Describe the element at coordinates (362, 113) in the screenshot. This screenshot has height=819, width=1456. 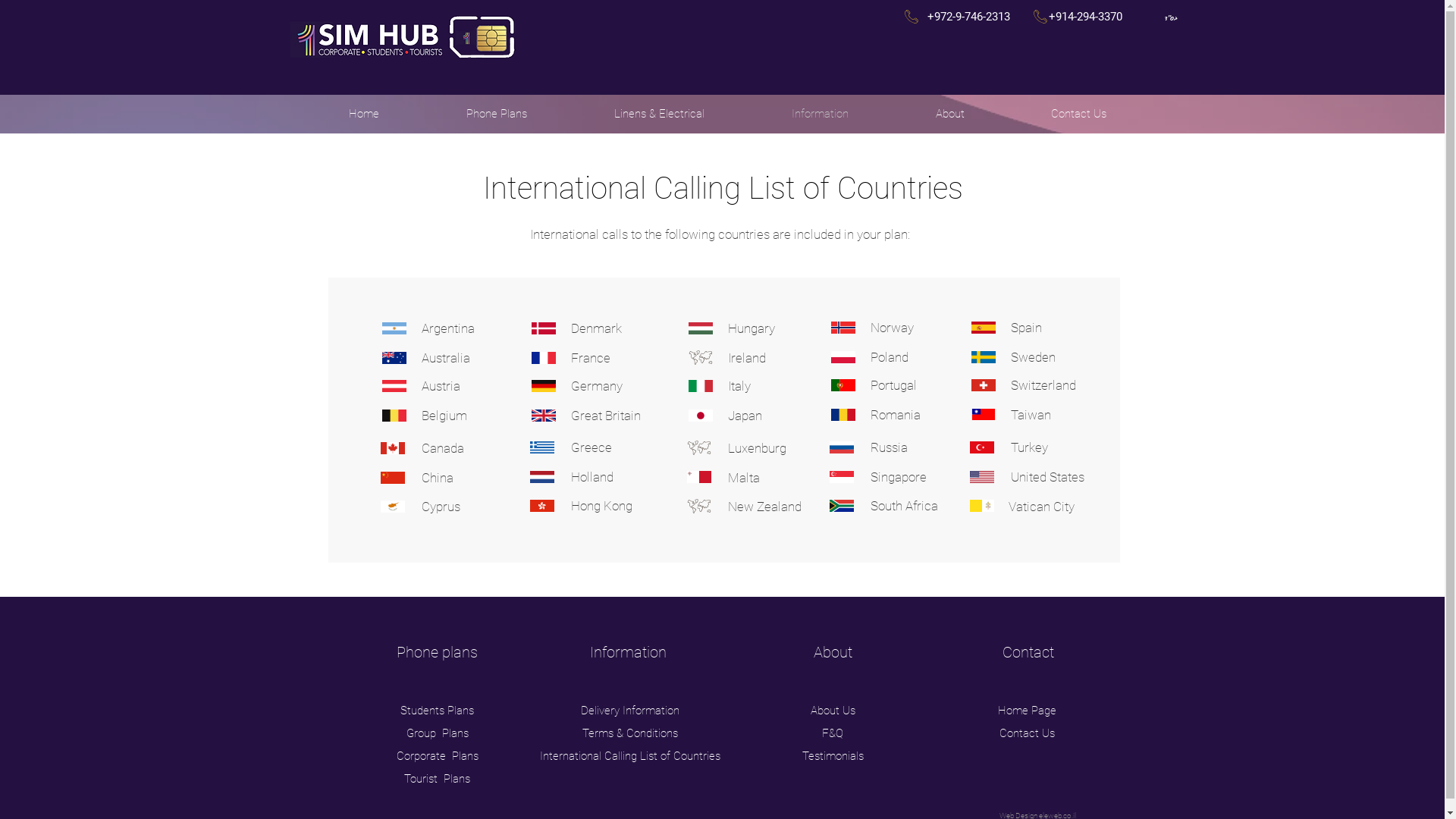
I see `'Home'` at that location.